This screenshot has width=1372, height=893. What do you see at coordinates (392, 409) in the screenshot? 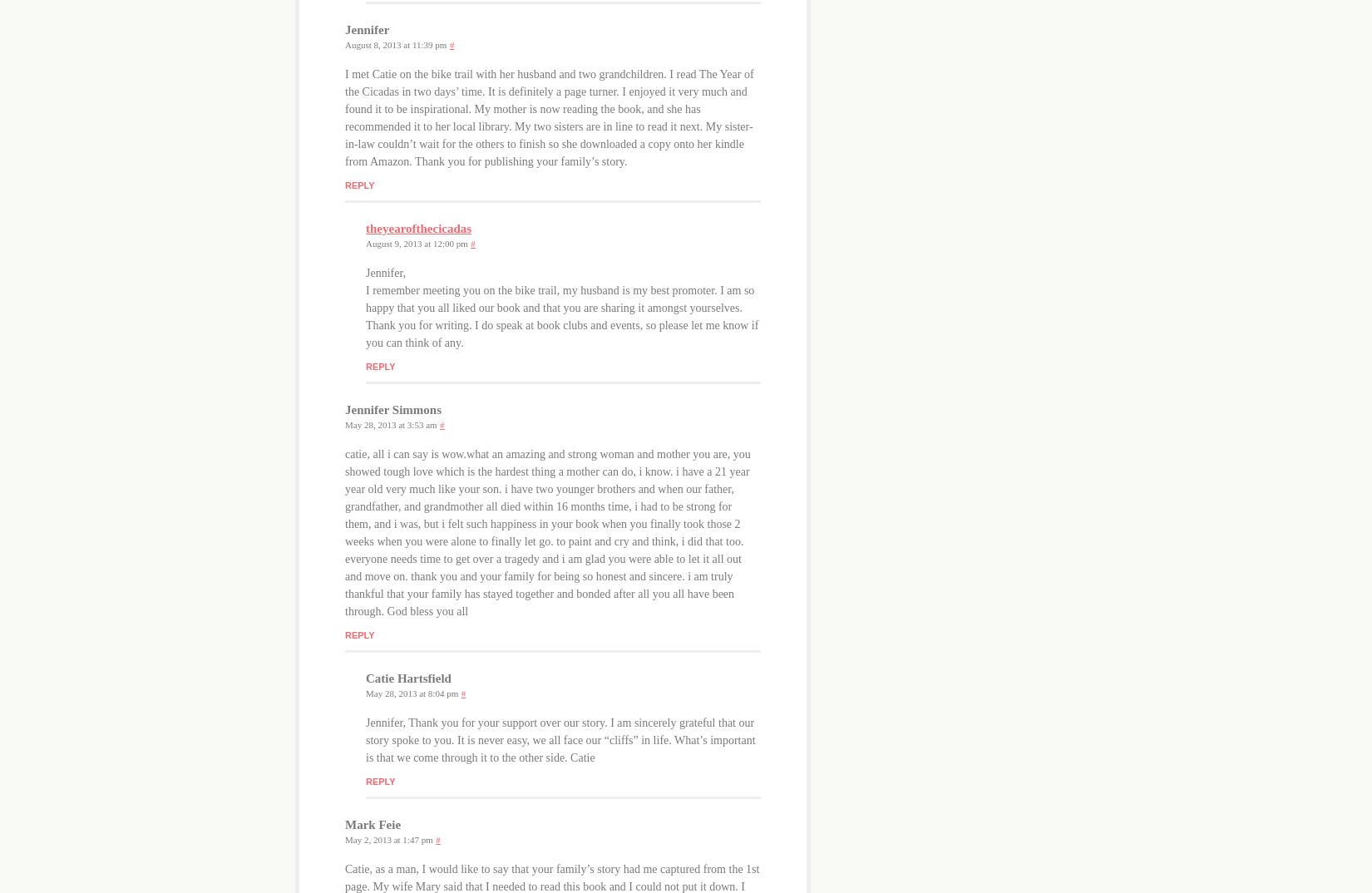
I see `'Jennifer Simmons'` at bounding box center [392, 409].